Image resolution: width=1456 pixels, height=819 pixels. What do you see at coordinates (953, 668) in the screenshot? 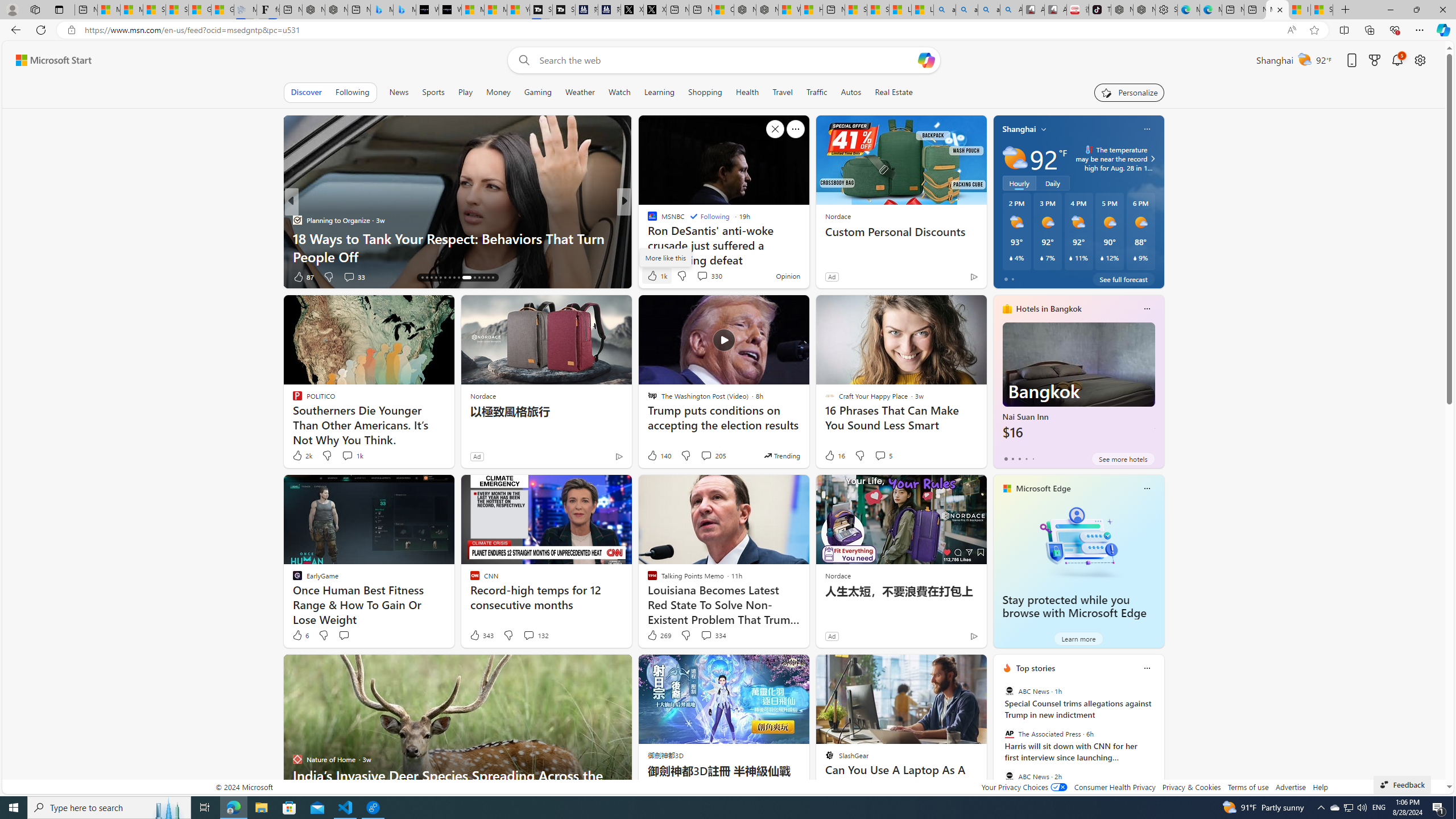
I see `'Hide this story'` at bounding box center [953, 668].